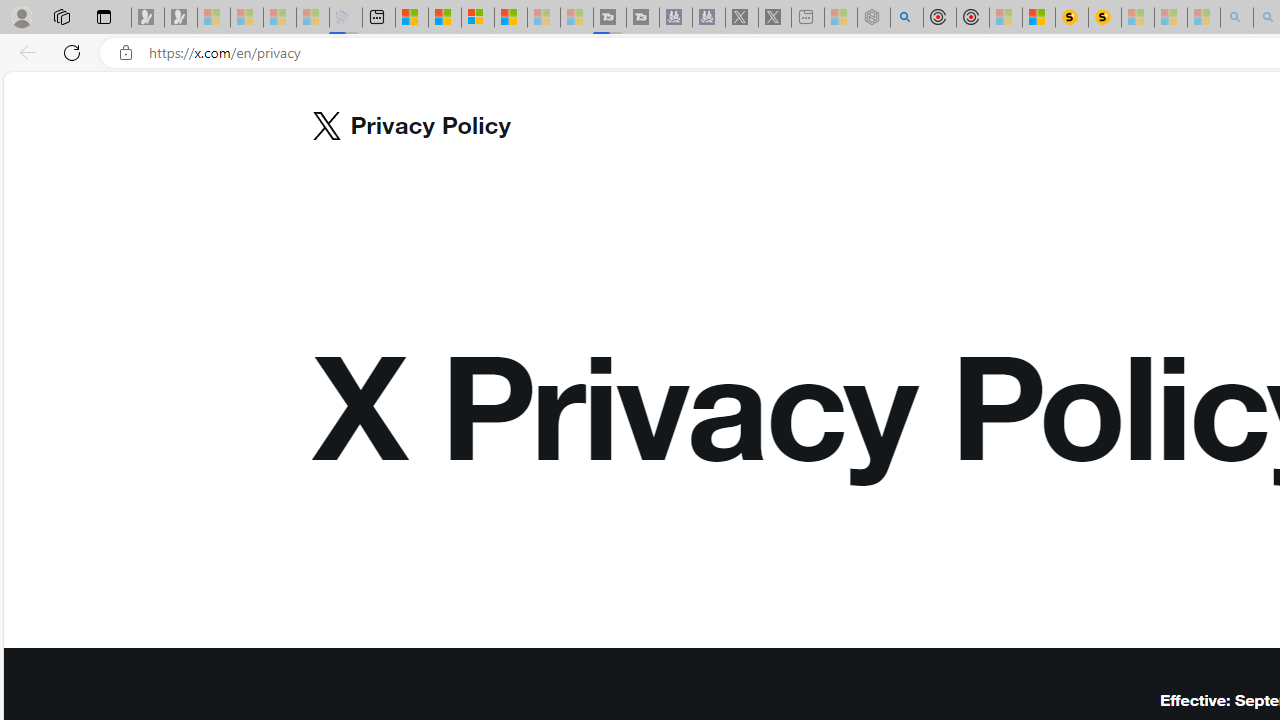 The width and height of the screenshot is (1280, 720). I want to click on 'Michelle Starr, Senior Journalist at ScienceAlert', so click(1104, 17).